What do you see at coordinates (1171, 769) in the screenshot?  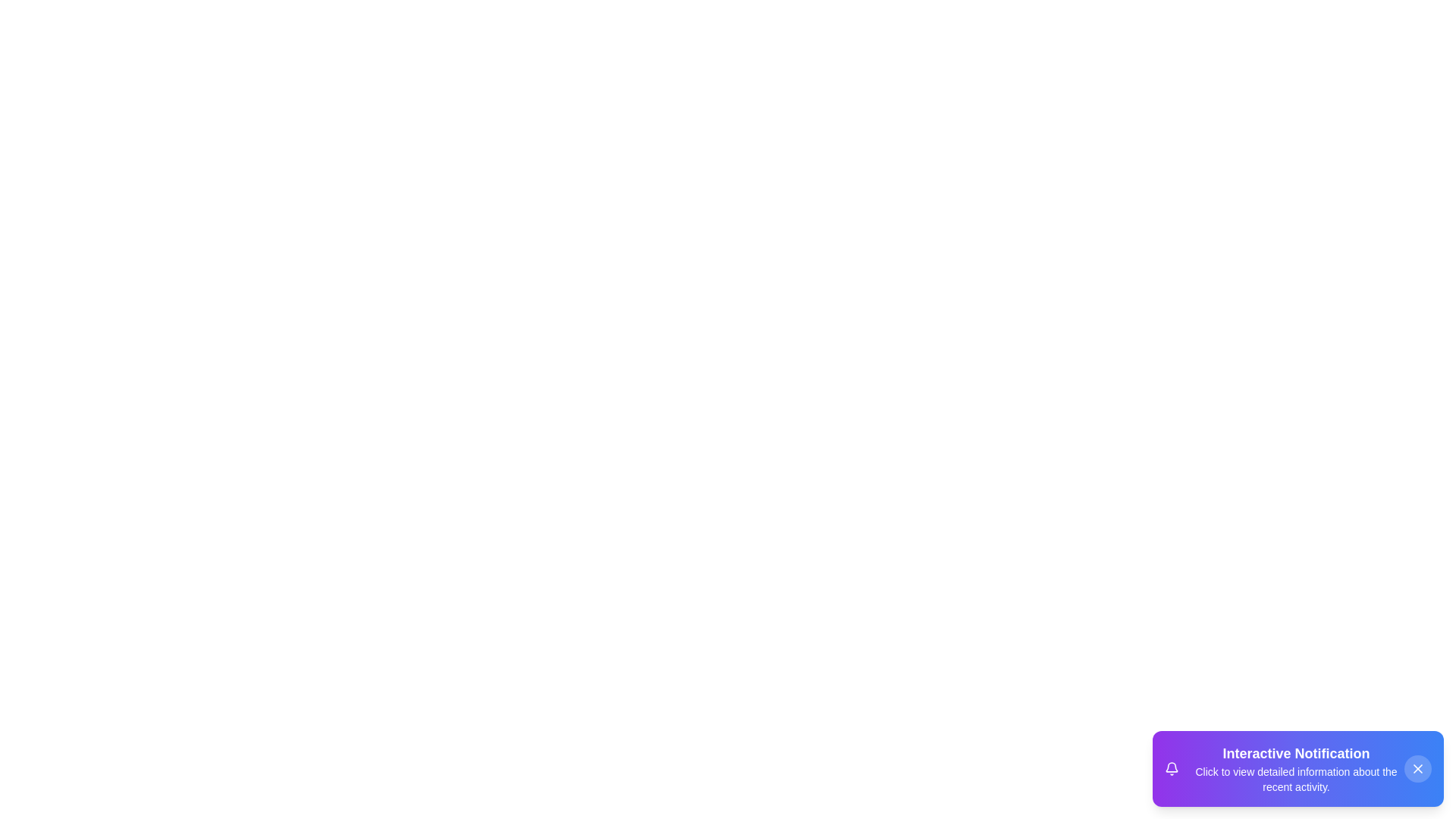 I see `the bell icon to inspect its design` at bounding box center [1171, 769].